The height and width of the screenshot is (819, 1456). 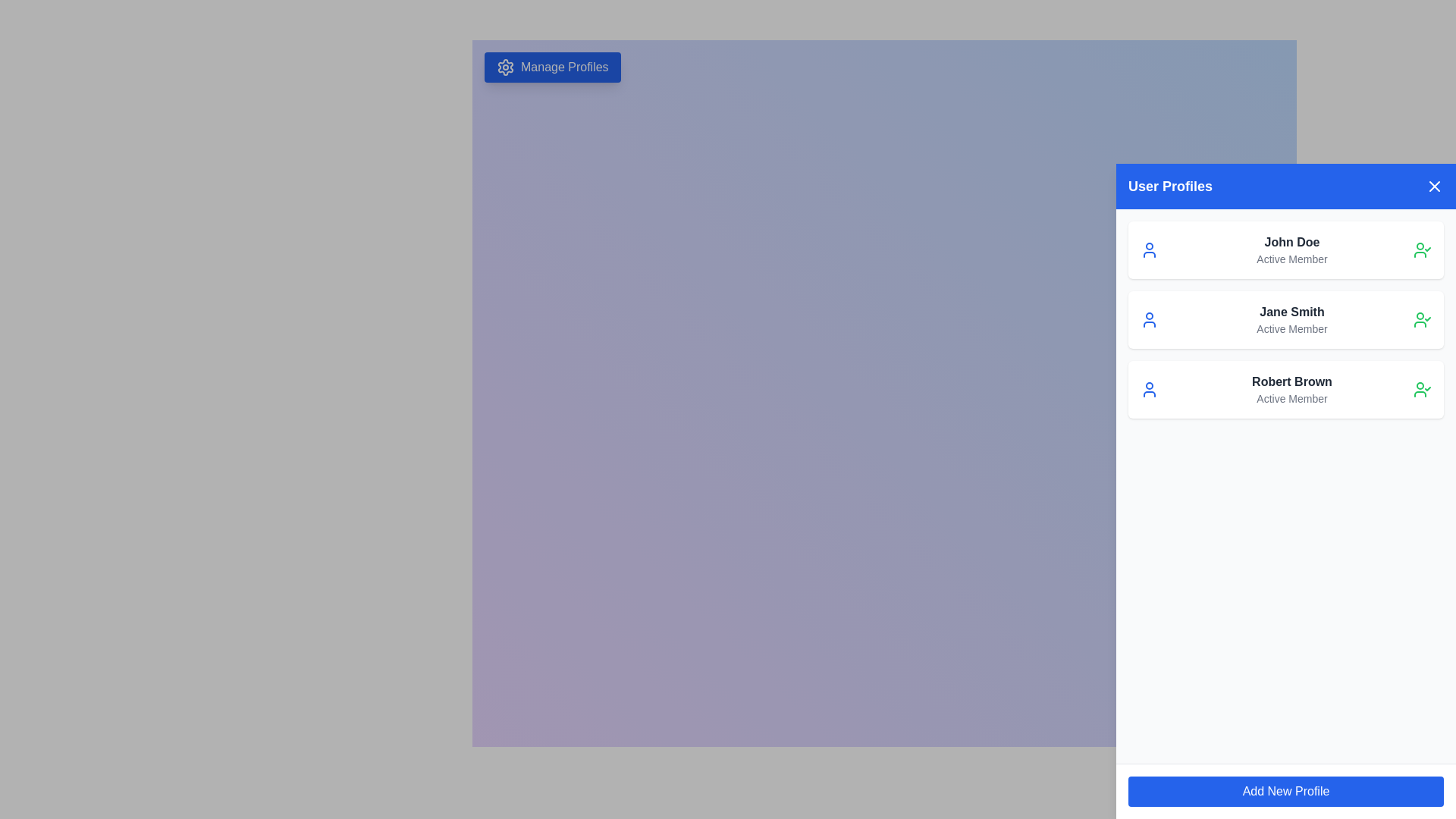 What do you see at coordinates (1291, 388) in the screenshot?
I see `the Text component displaying the user's name and membership status, which is the third entry in the user profiles list, located below 'Jane Smith' and above the 'Add New Profile' button` at bounding box center [1291, 388].